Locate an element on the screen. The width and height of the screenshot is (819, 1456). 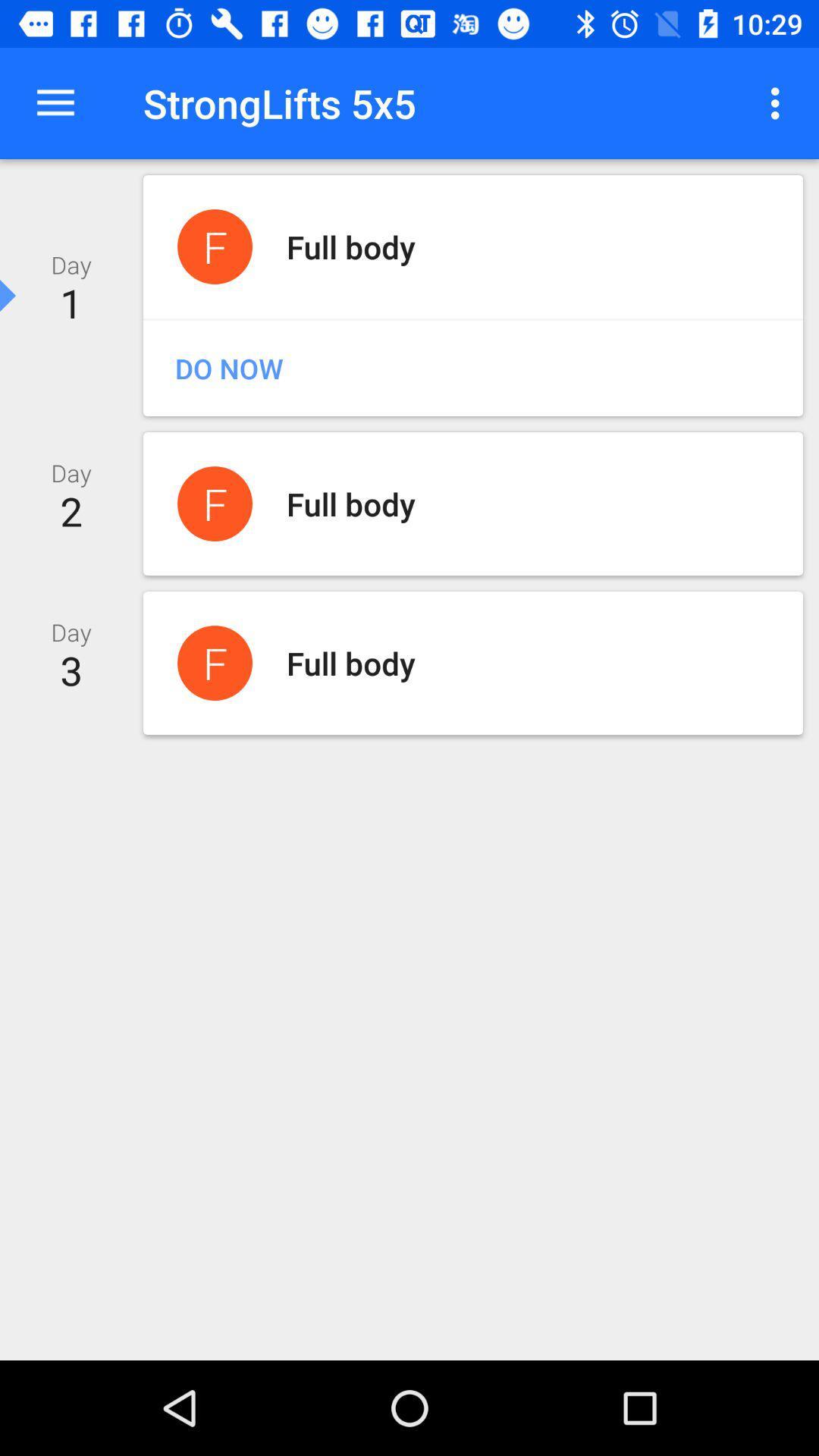
the icon above the day is located at coordinates (55, 102).